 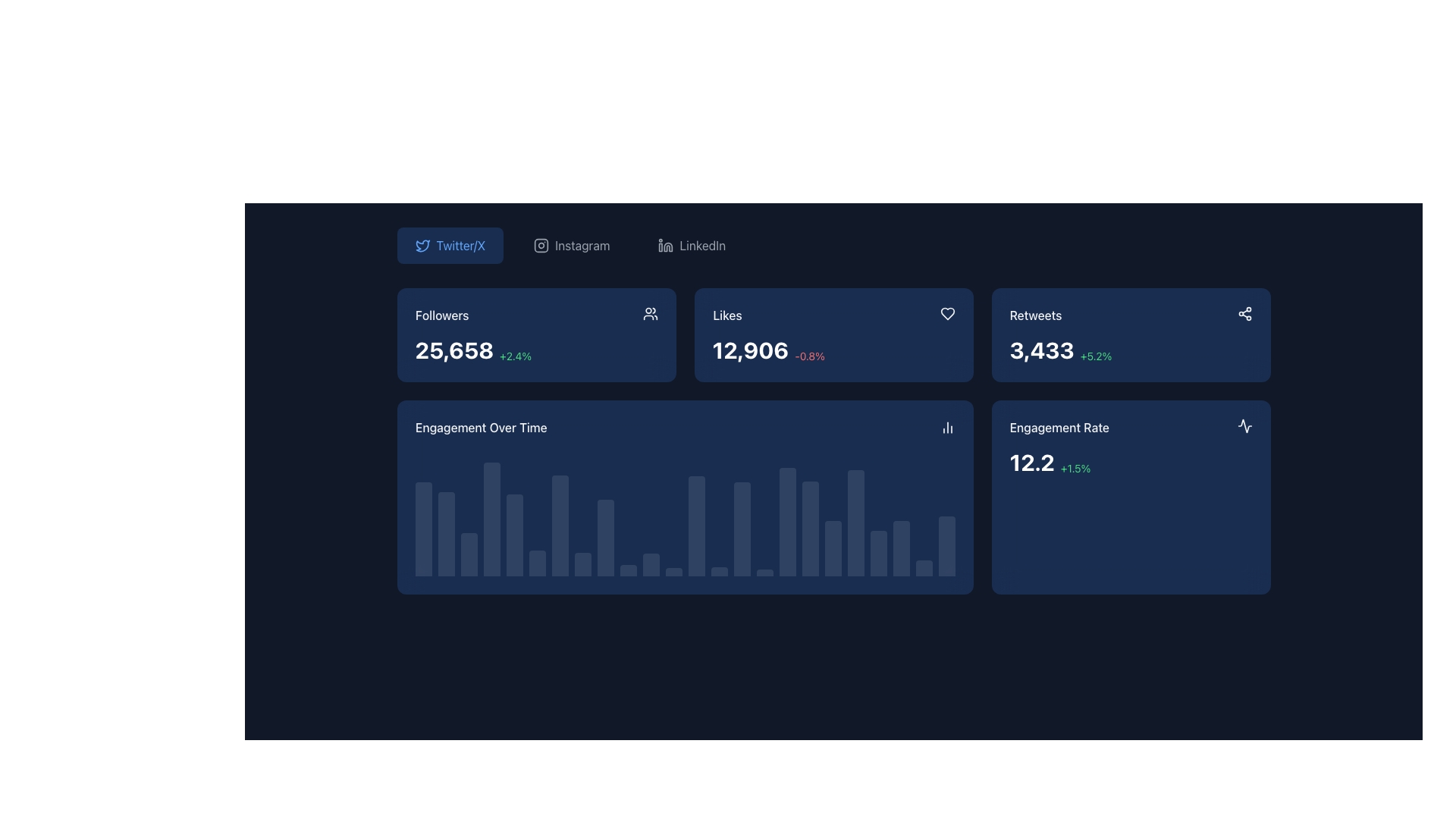 I want to click on the 11th vertical bar in the 'Engagement Over Time' bar chart, so click(x=651, y=564).